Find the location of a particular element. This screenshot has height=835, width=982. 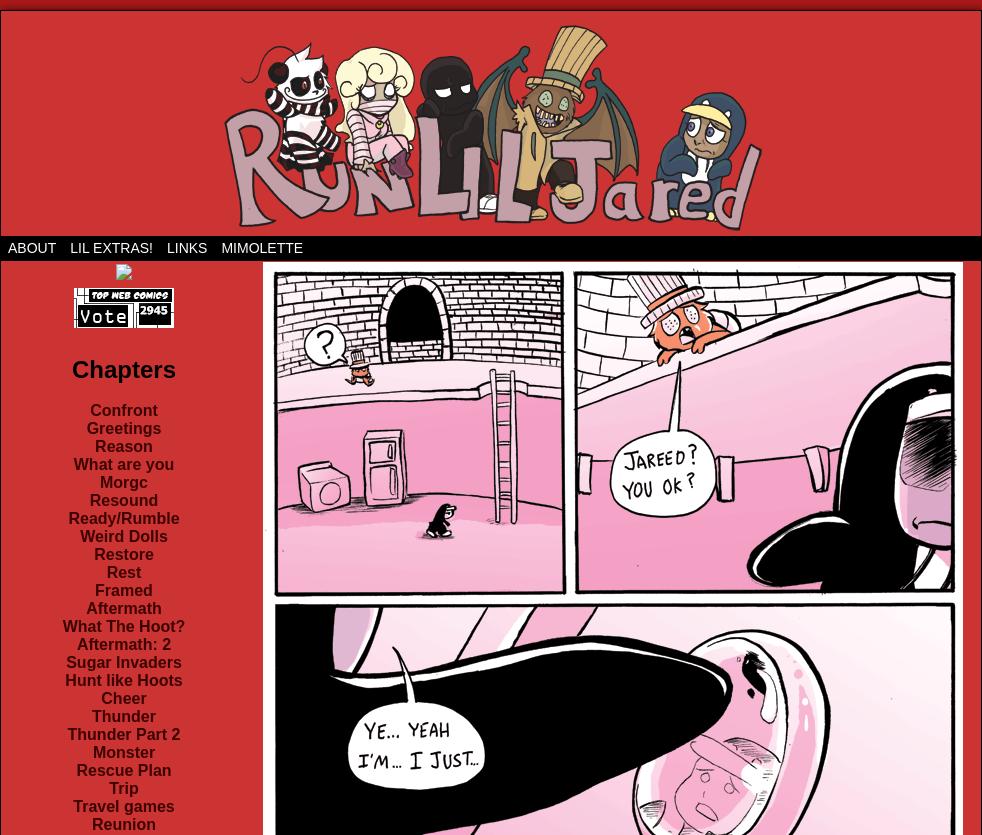

'Aftermath' is located at coordinates (85, 607).